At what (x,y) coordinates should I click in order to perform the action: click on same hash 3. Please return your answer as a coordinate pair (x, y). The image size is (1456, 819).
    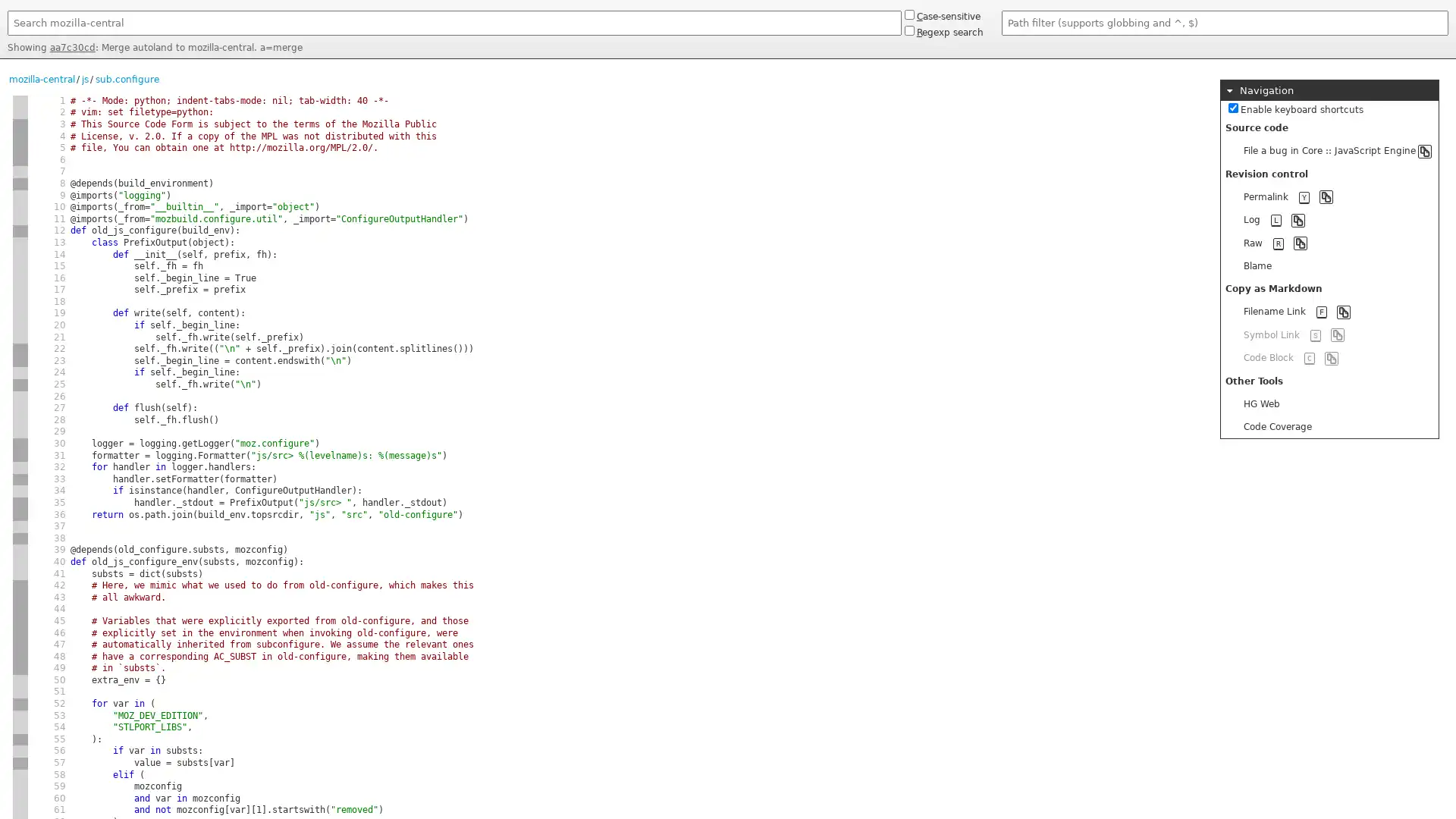
    Looking at the image, I should click on (20, 798).